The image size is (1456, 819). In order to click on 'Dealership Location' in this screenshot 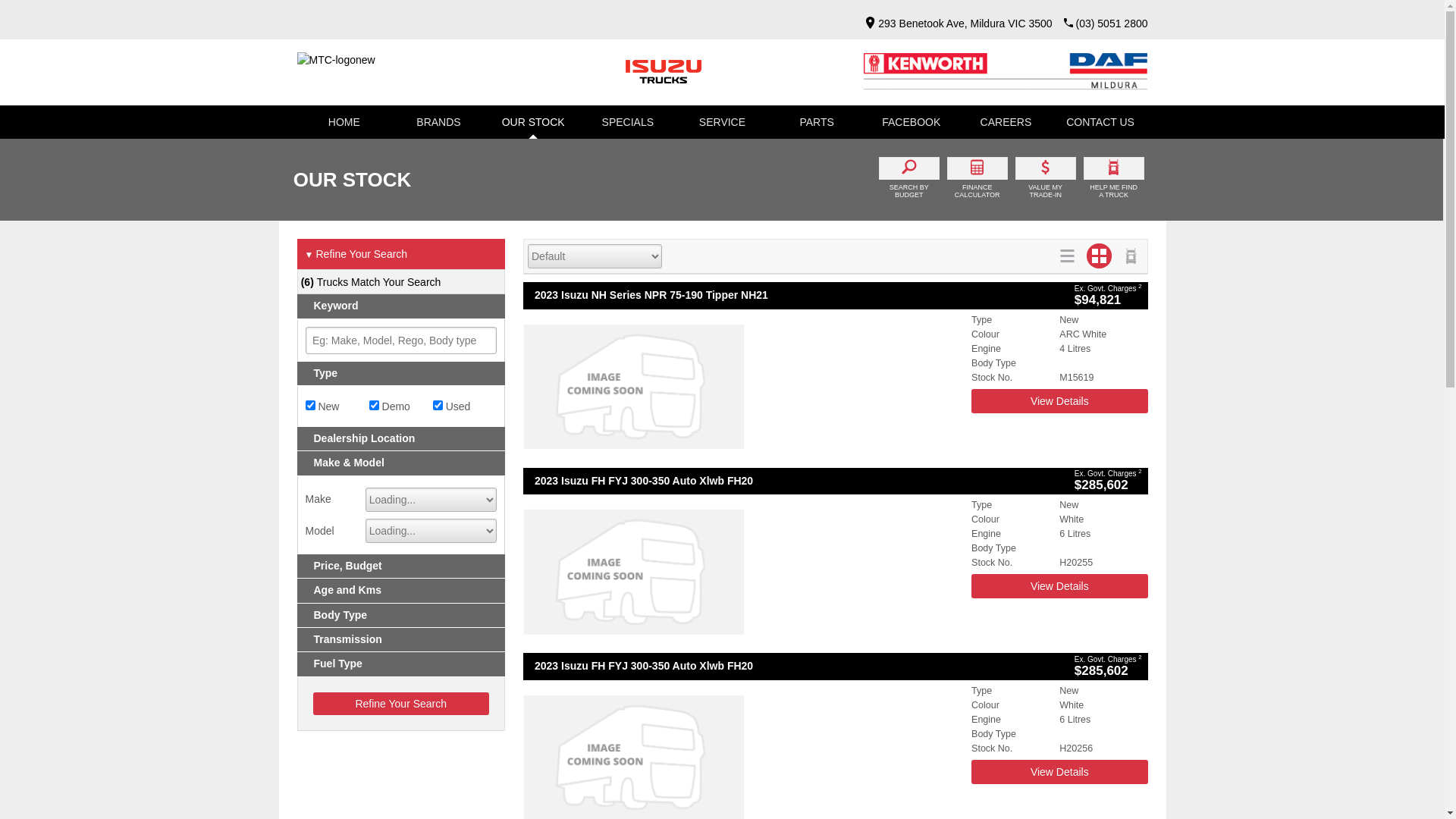, I will do `click(297, 438)`.